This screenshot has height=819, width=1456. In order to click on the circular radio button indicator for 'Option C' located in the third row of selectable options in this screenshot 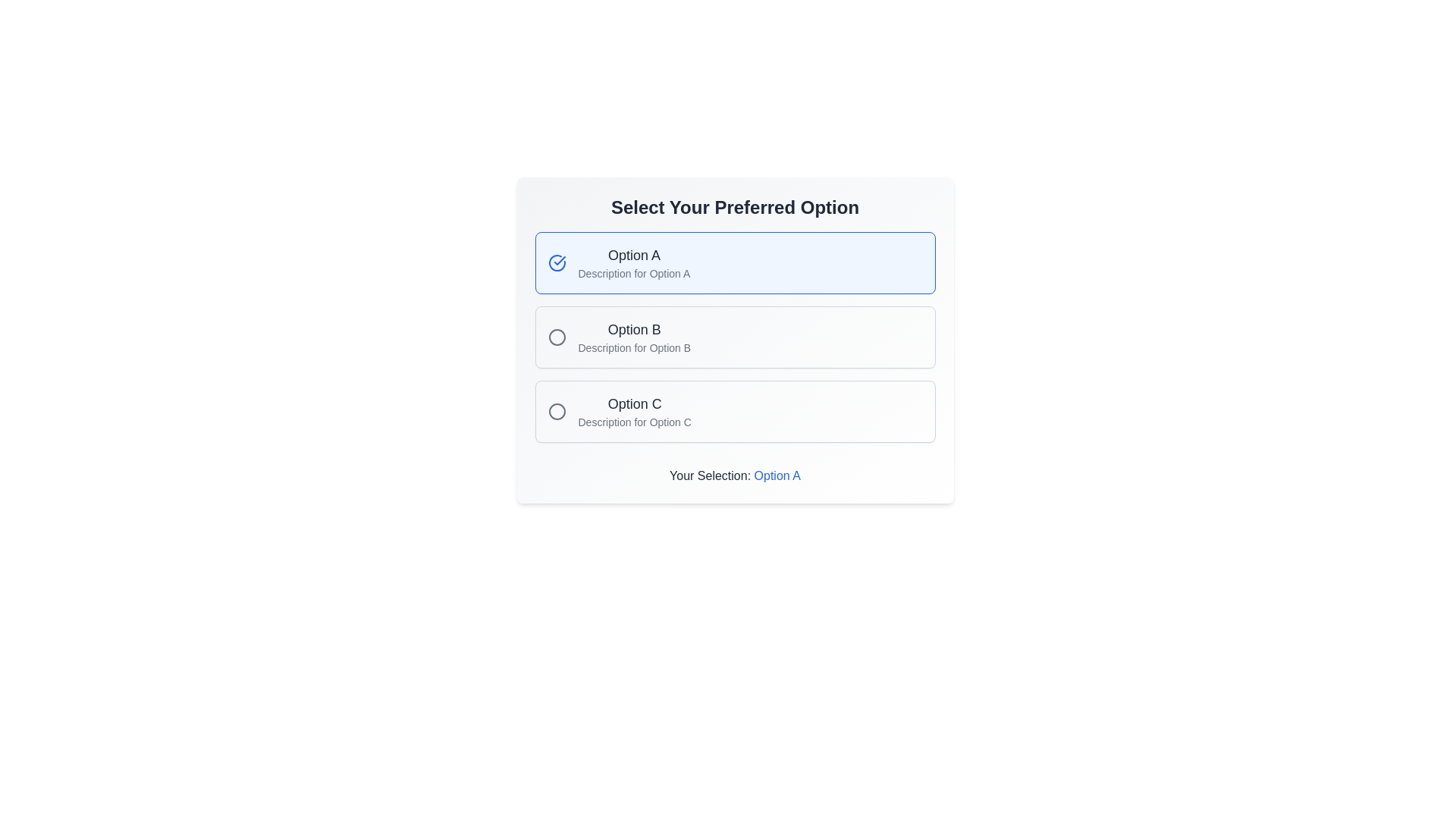, I will do `click(556, 412)`.